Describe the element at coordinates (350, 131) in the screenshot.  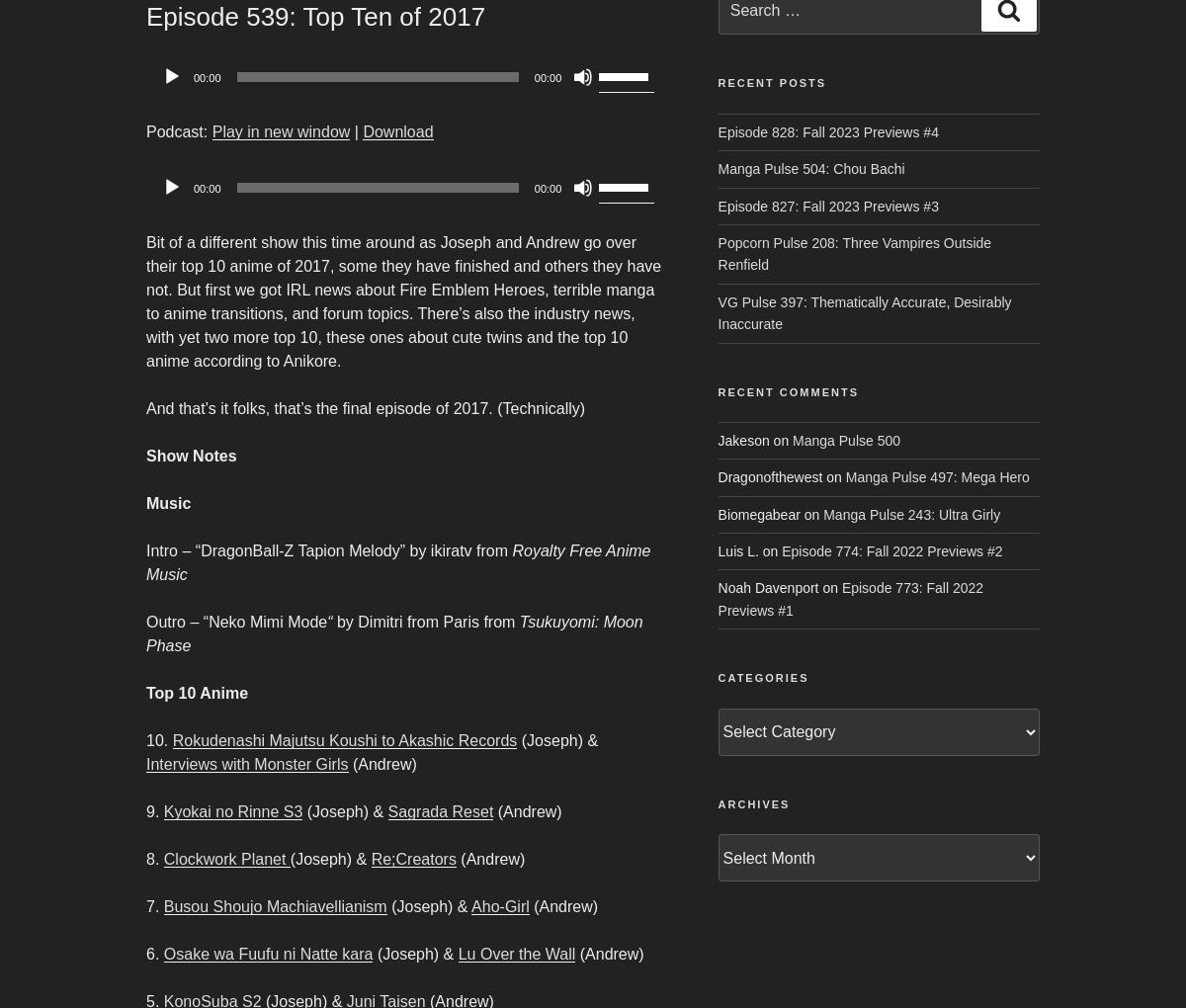
I see `'|'` at that location.